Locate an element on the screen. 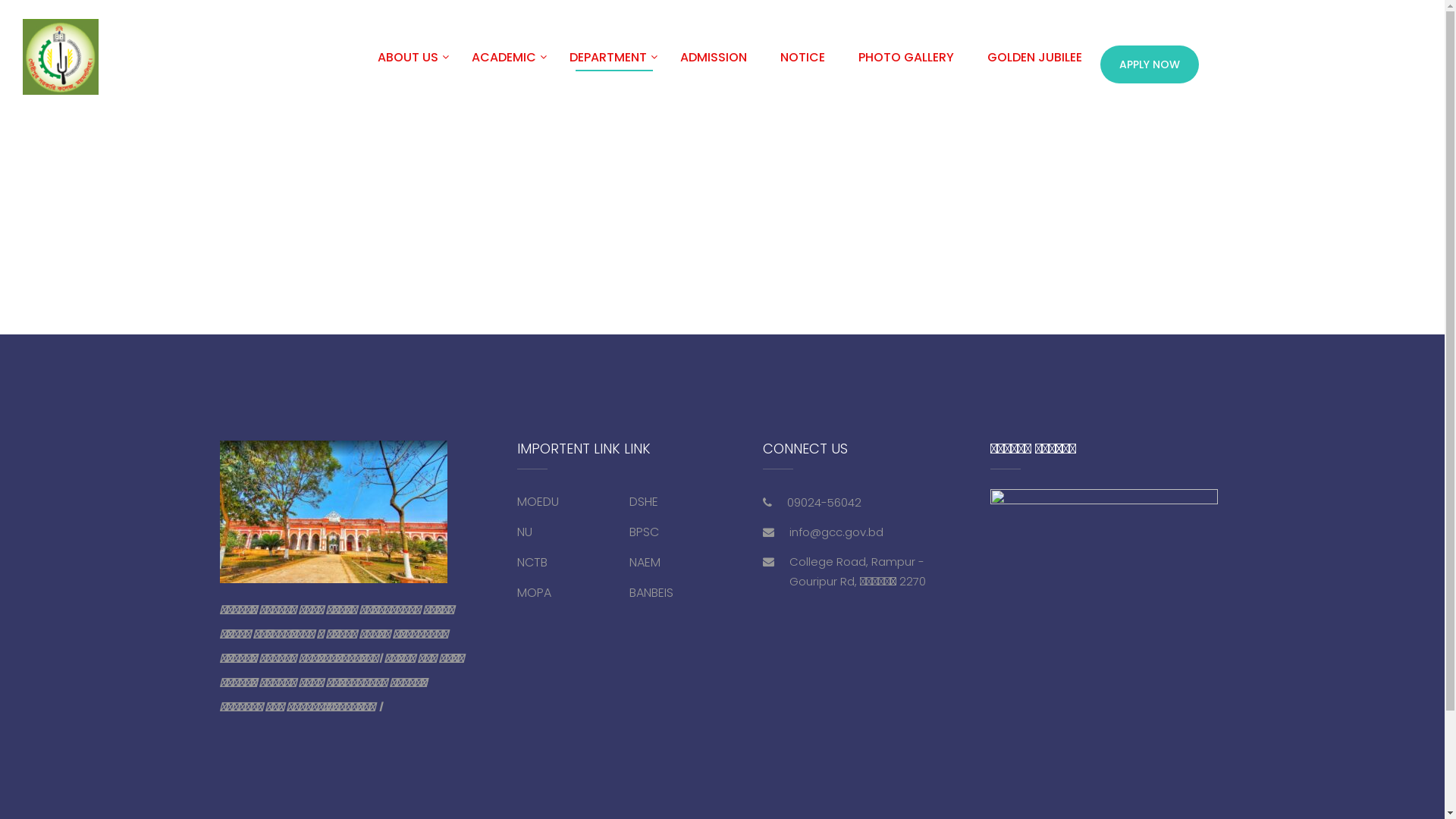  'ACADEMIC' is located at coordinates (504, 63).